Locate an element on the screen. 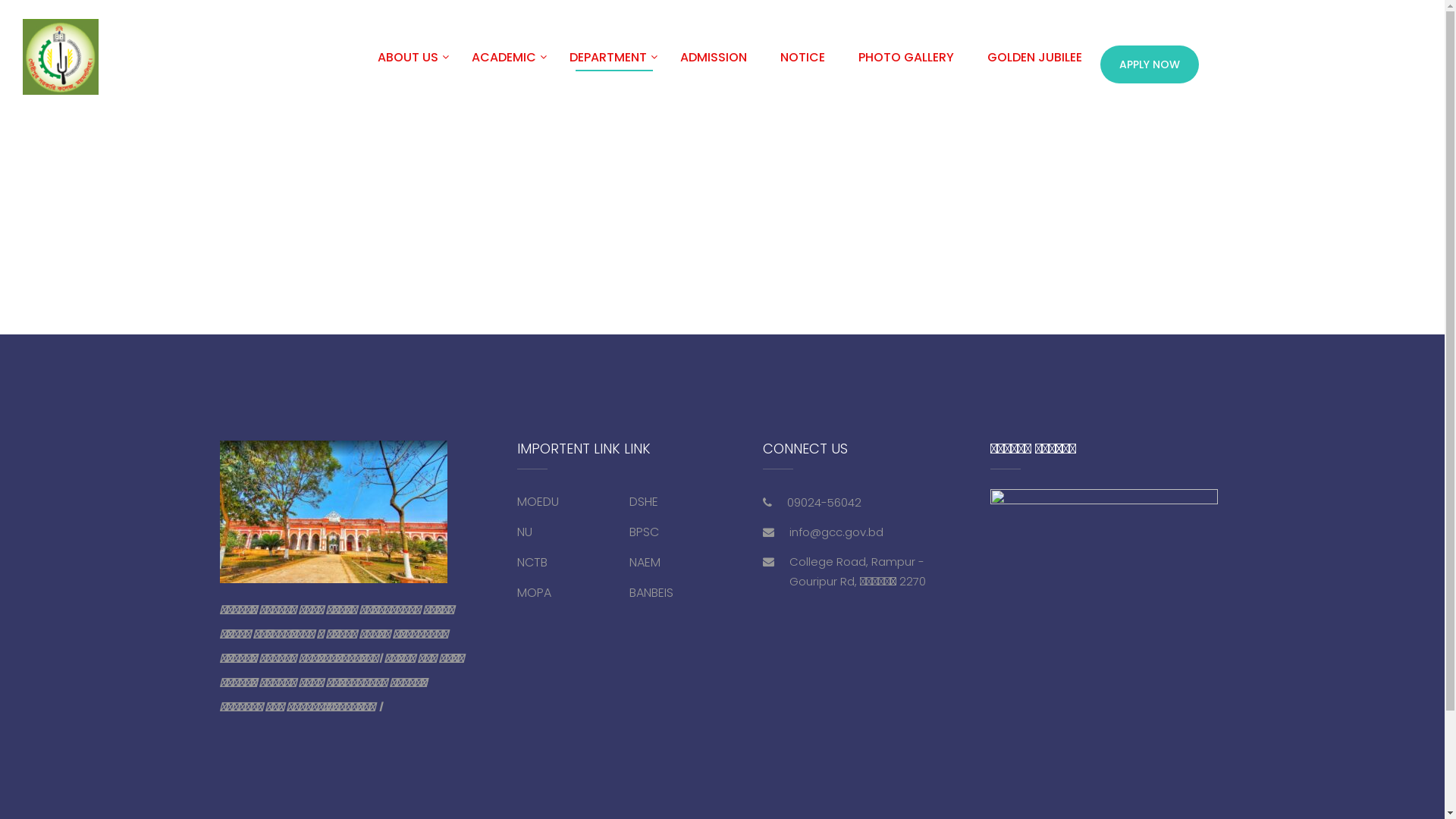  'ACADEMIC' is located at coordinates (504, 63).